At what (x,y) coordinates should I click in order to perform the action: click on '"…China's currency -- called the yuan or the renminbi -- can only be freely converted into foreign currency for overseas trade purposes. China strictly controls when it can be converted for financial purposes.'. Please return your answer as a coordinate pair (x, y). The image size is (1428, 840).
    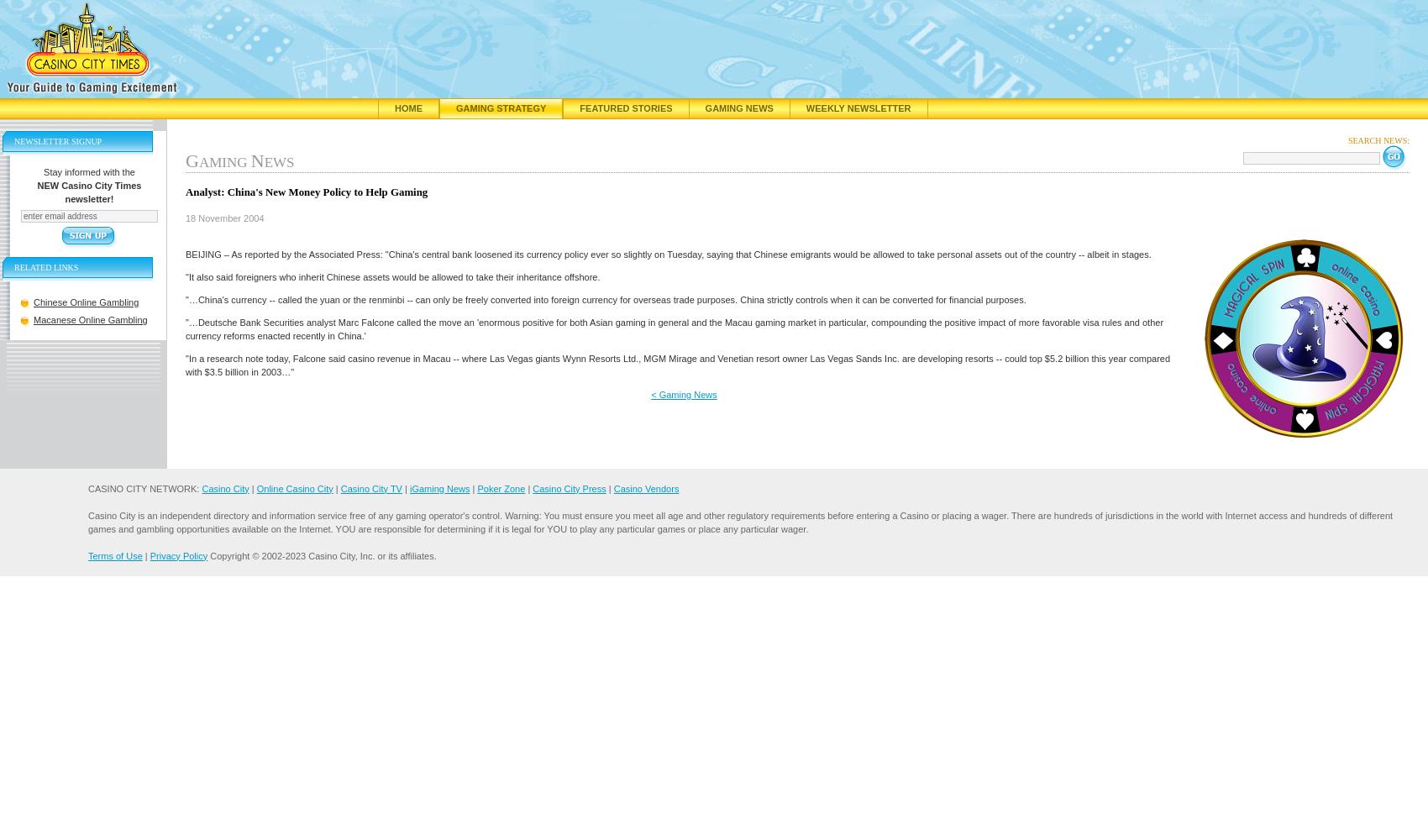
    Looking at the image, I should click on (605, 298).